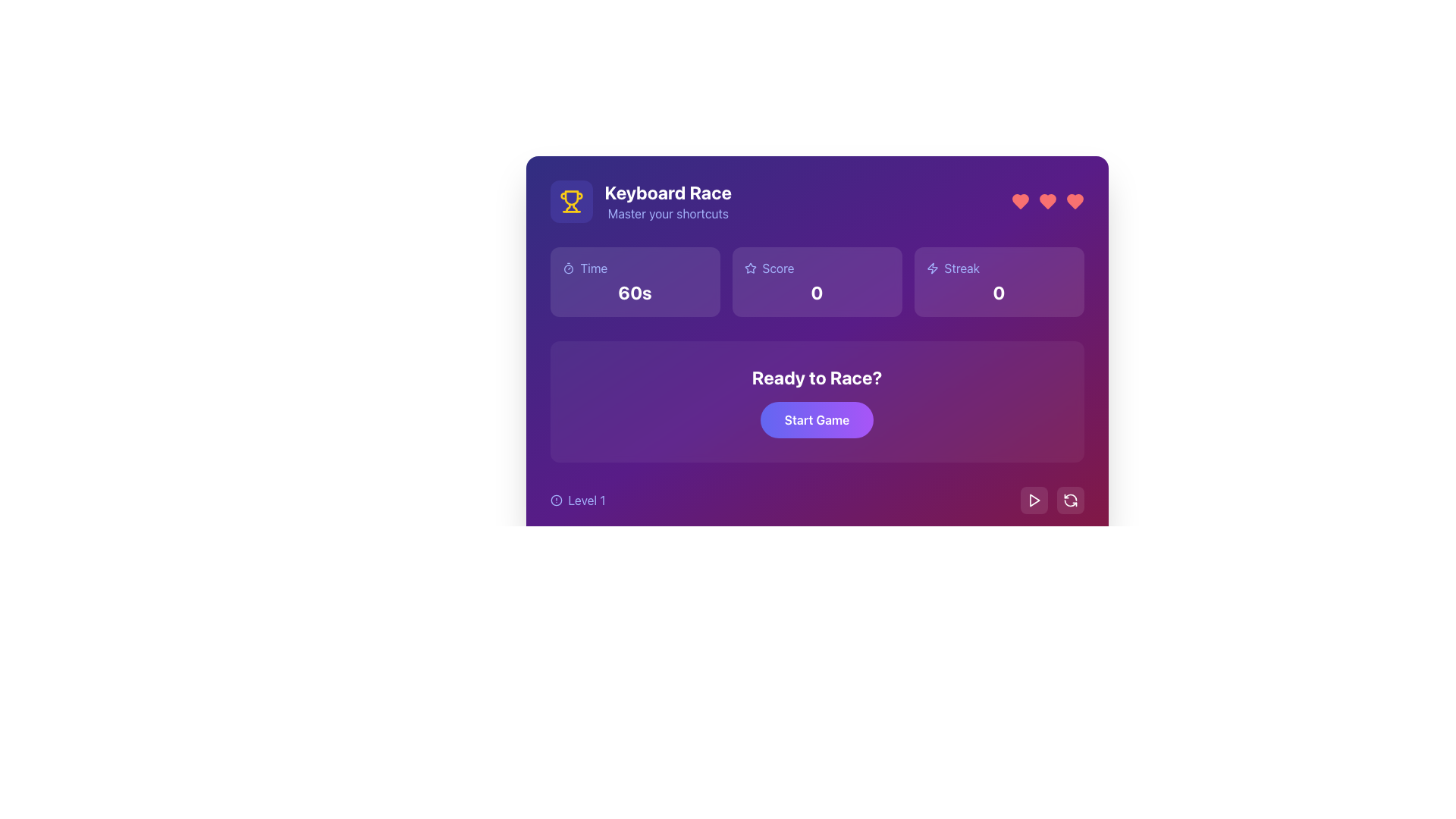 The height and width of the screenshot is (819, 1456). I want to click on the Text label that displays the current streak count, located within the 'Streak' card in the top-right quadrant of the interface, so click(999, 292).